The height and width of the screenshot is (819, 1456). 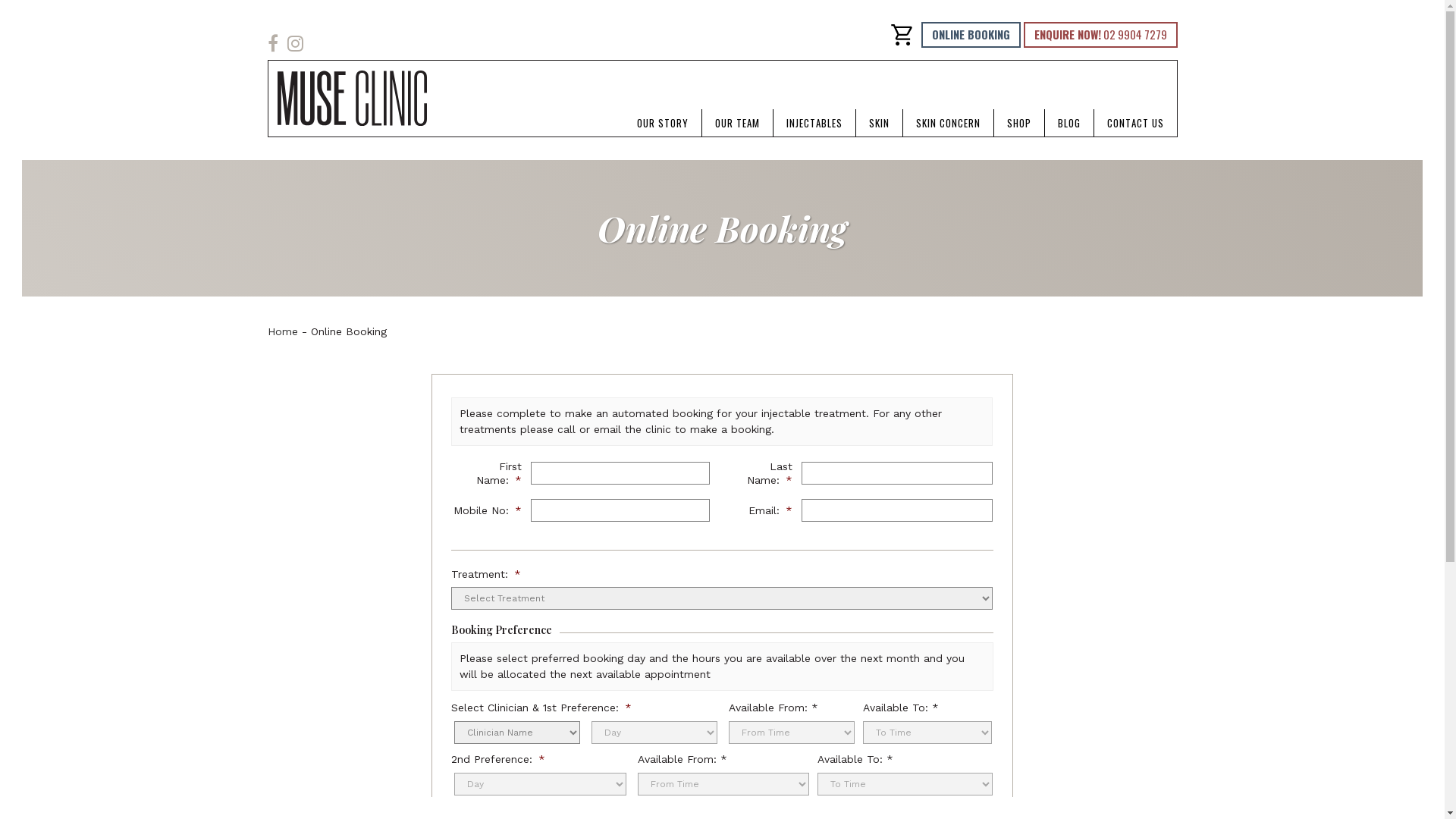 What do you see at coordinates (969, 34) in the screenshot?
I see `'ONLINE BOOKING'` at bounding box center [969, 34].